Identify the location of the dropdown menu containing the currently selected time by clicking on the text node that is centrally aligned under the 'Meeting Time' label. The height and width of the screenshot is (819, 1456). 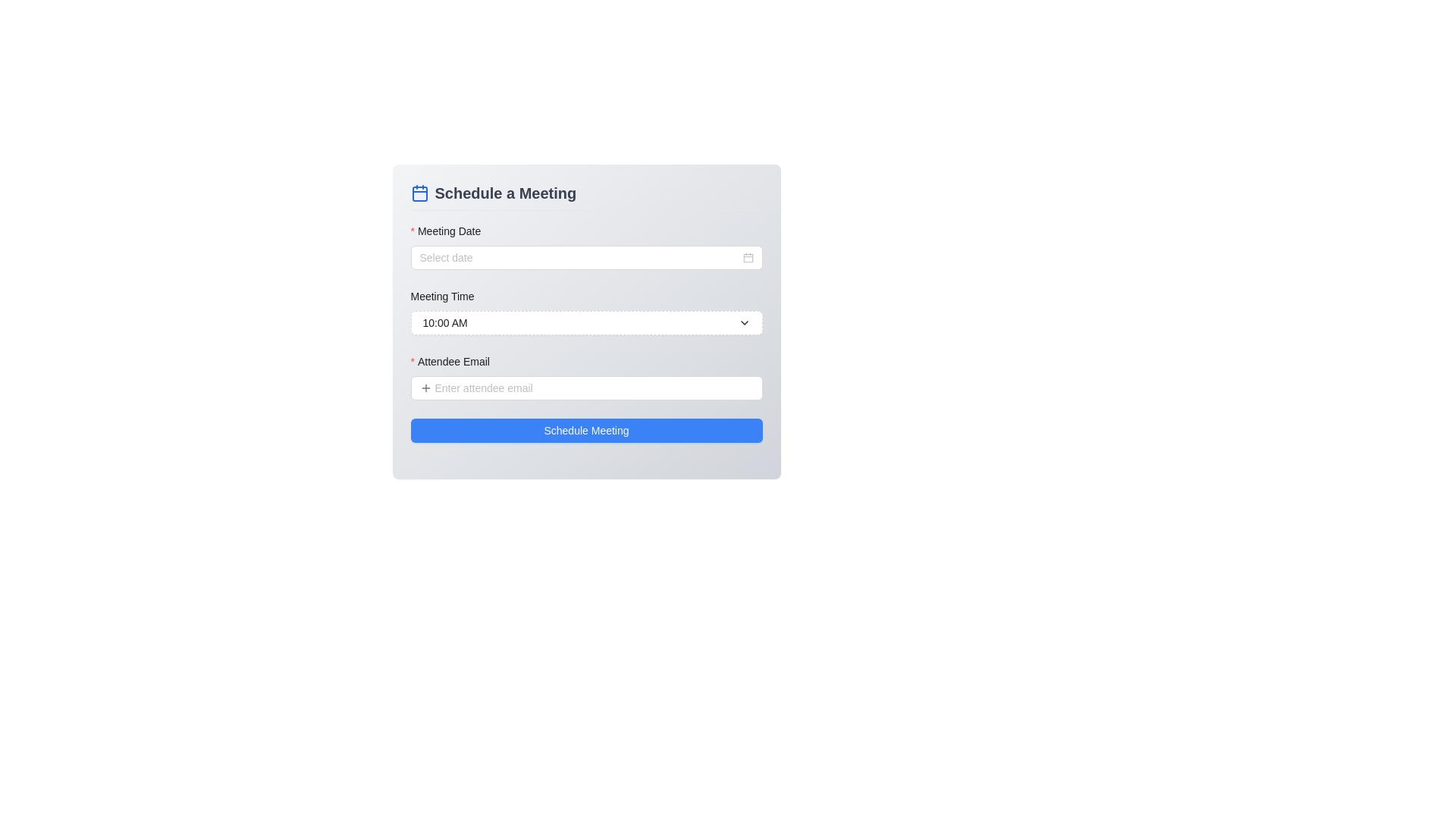
(444, 322).